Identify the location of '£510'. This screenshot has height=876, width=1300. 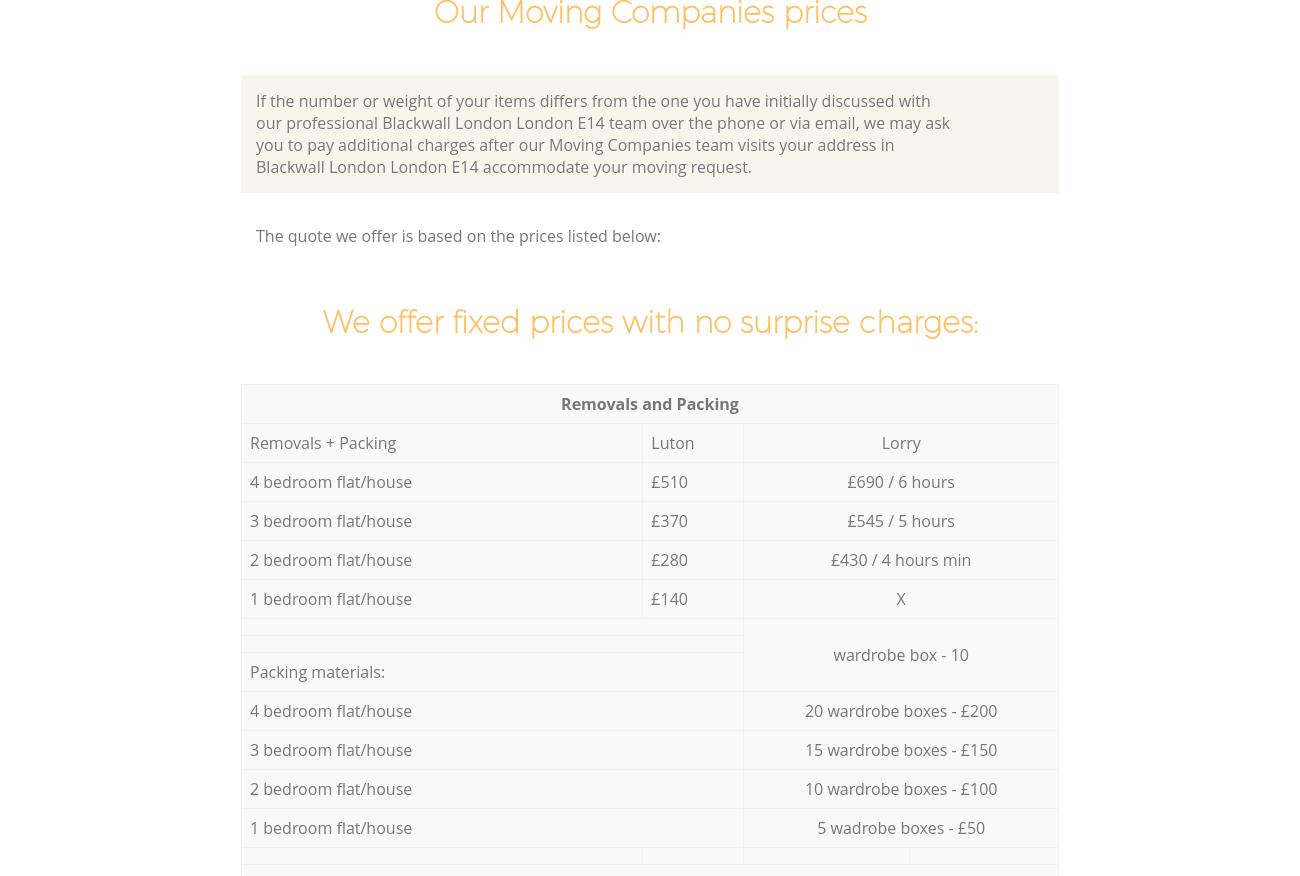
(667, 480).